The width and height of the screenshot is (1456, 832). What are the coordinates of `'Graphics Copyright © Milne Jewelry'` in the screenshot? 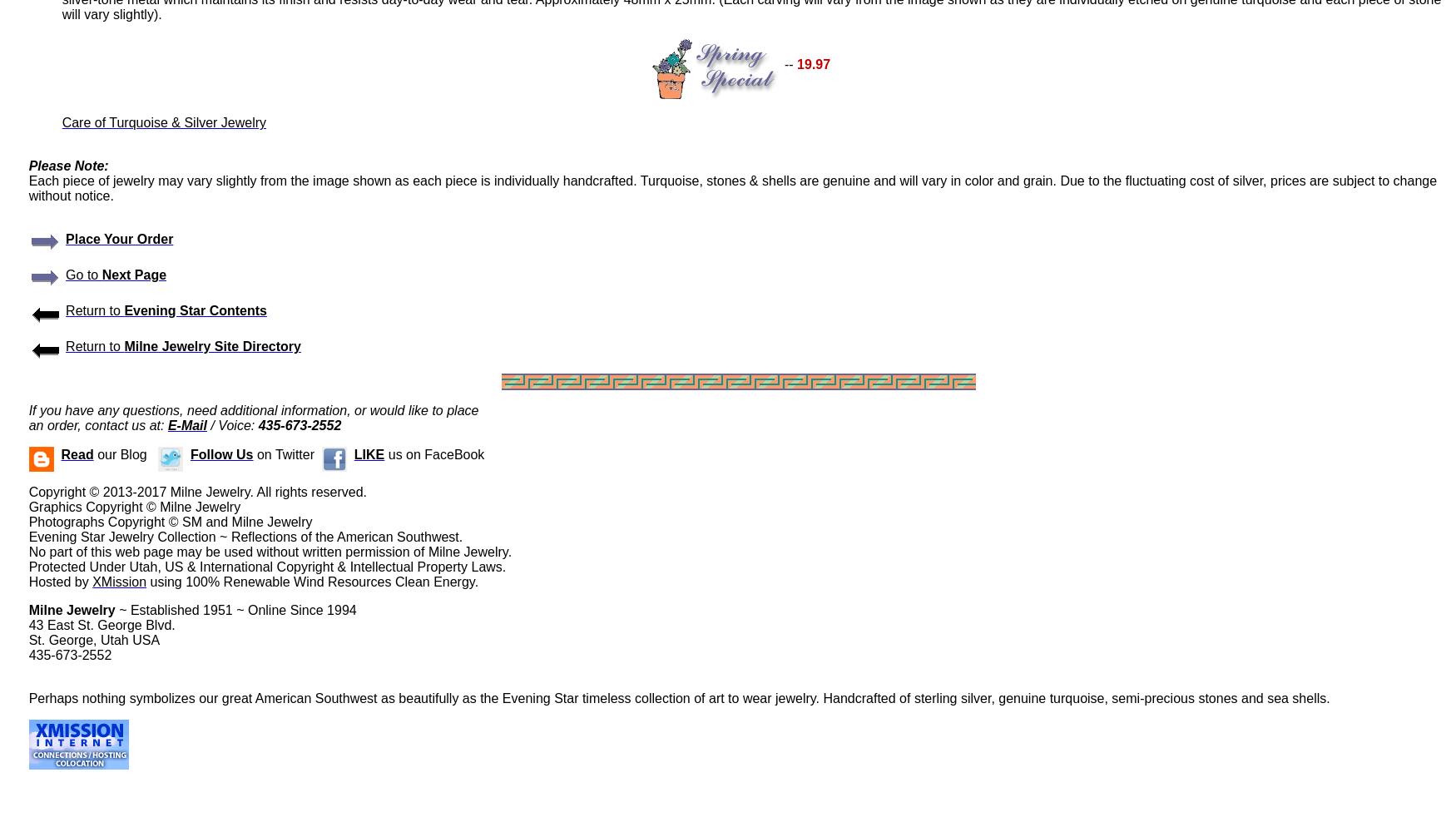 It's located at (133, 506).